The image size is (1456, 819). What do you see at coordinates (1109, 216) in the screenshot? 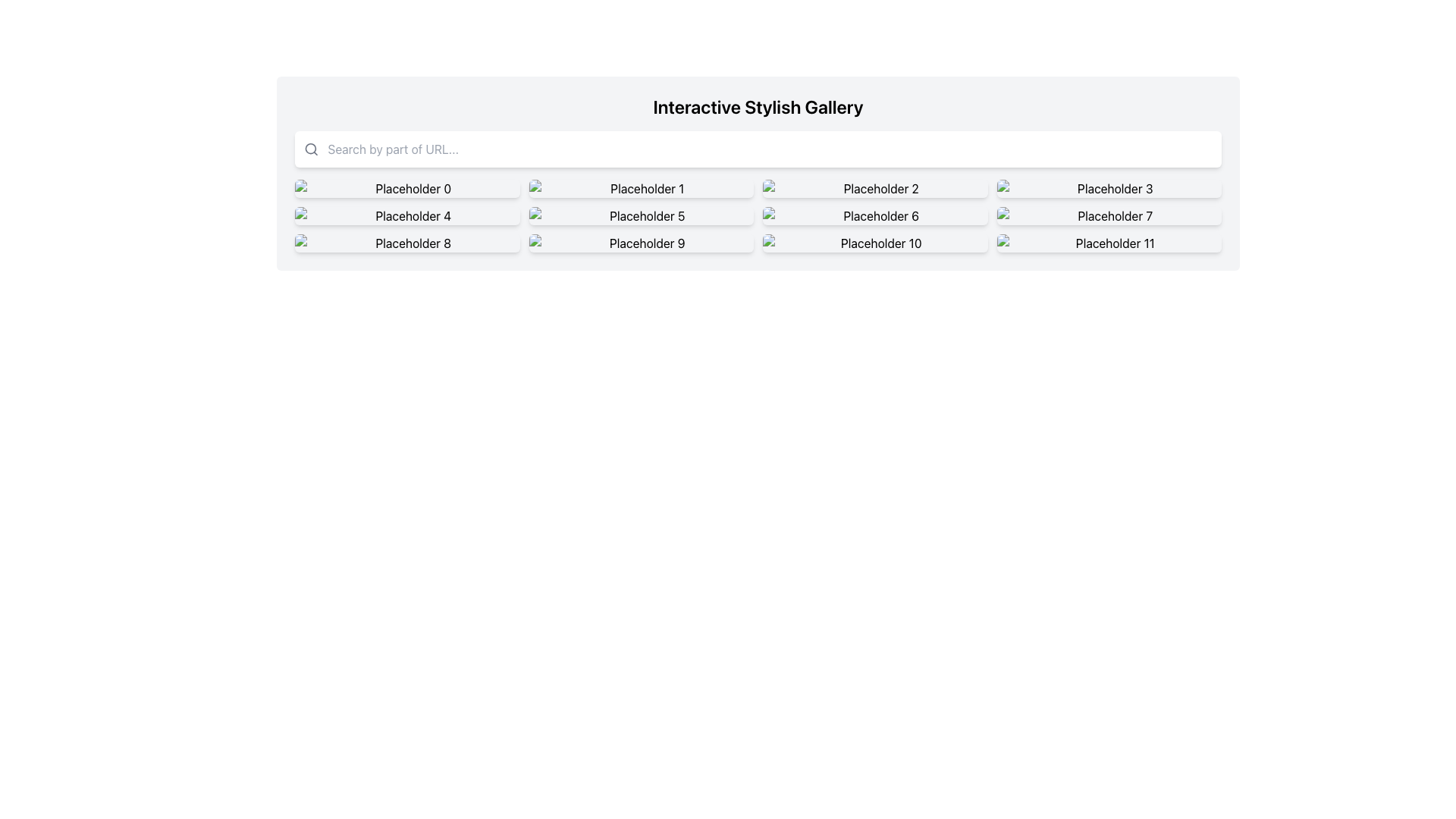
I see `the interactive visual grid item located in the second row and fourth column of the grid layout, which is directly below 'Placeholder 3' and to the right of 'Placeholder 6'` at bounding box center [1109, 216].